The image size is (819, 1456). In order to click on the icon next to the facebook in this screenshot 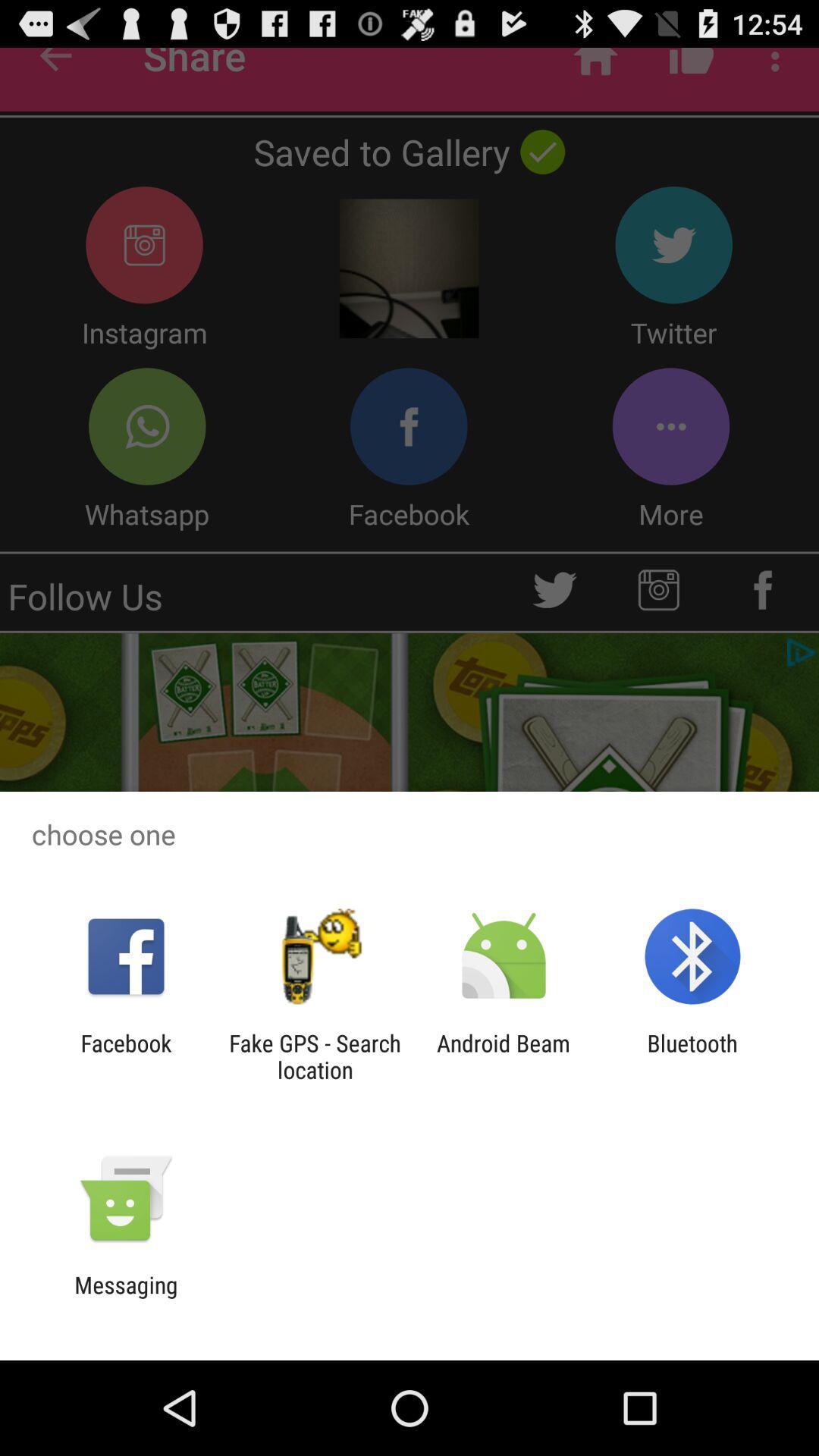, I will do `click(314, 1056)`.